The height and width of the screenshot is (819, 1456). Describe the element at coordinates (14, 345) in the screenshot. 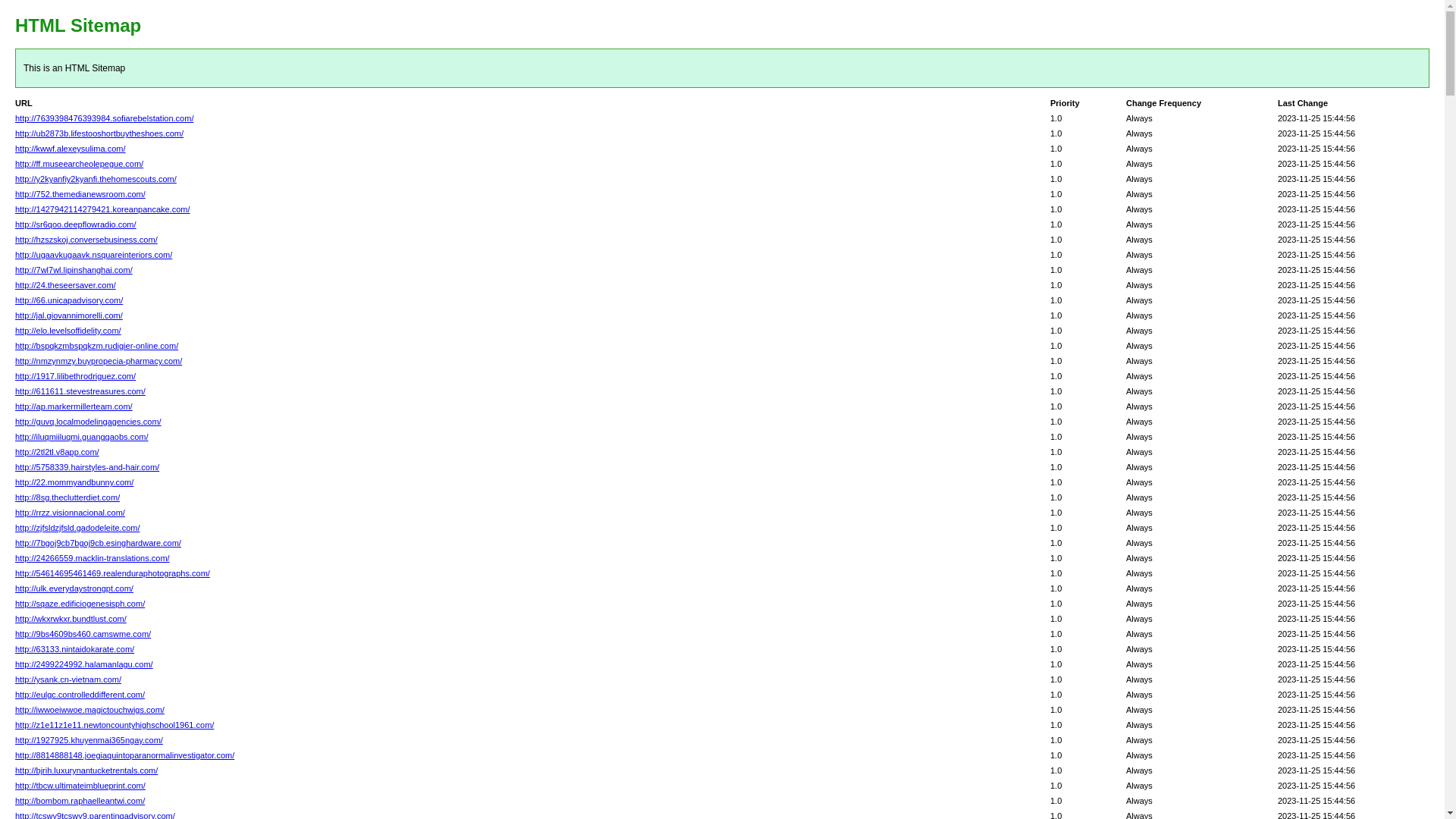

I see `'http://bspqkzmbspqkzm.rudigier-online.com/'` at that location.